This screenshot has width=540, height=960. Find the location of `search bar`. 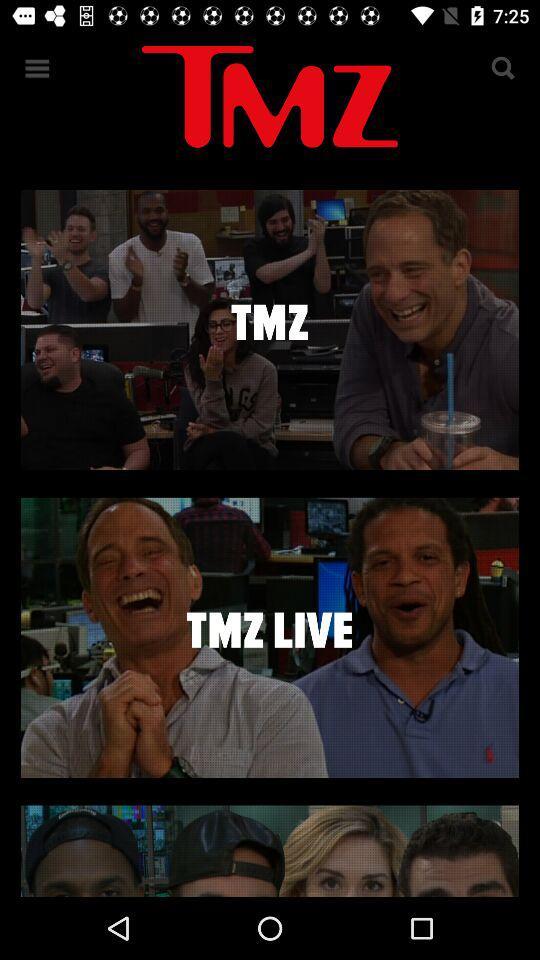

search bar is located at coordinates (501, 68).